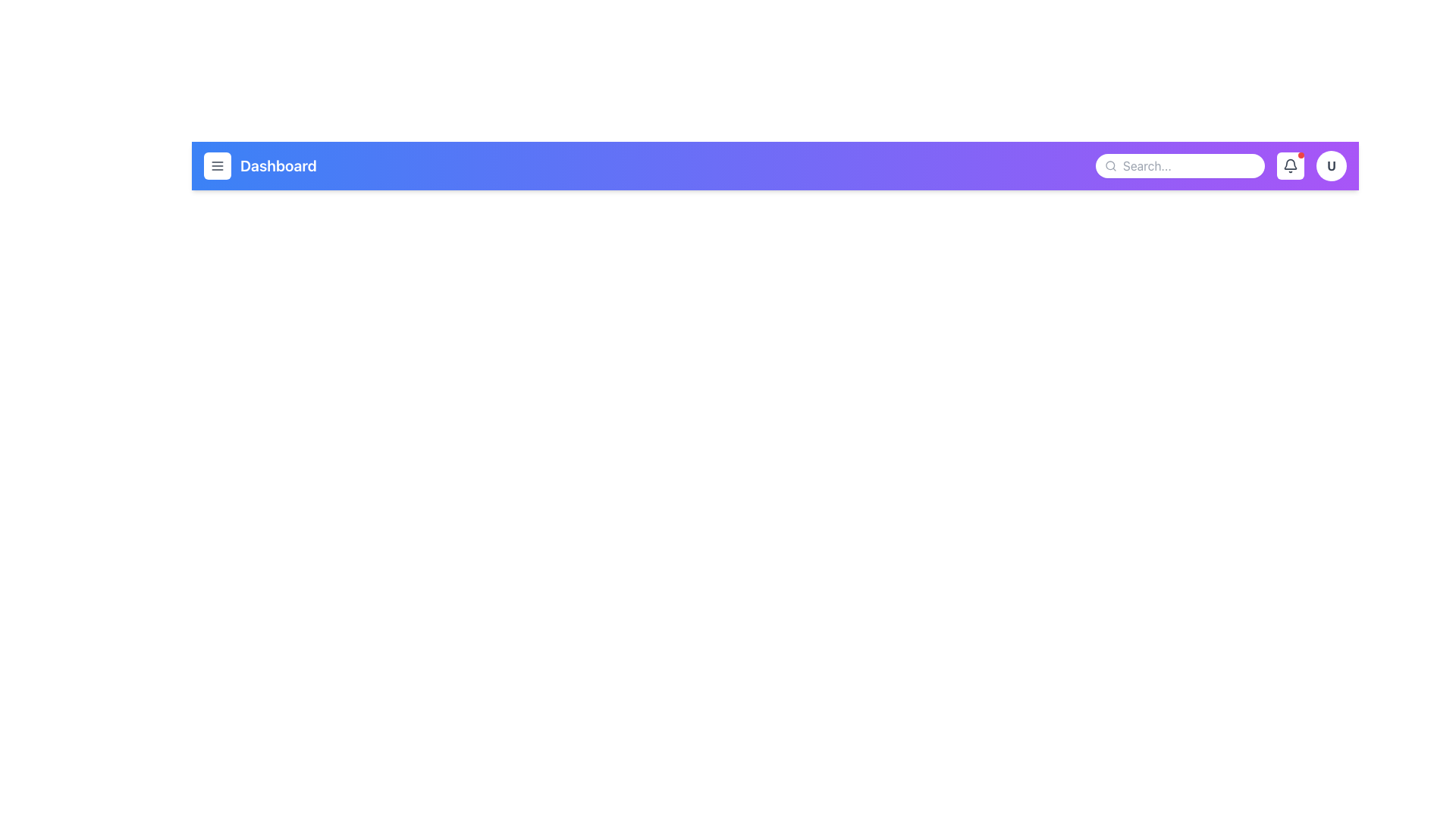 Image resolution: width=1456 pixels, height=819 pixels. Describe the element at coordinates (1110, 166) in the screenshot. I see `the magnifying glass icon located on the left side of the search input box, which serves as a decorative indicator for the search functionality` at that location.